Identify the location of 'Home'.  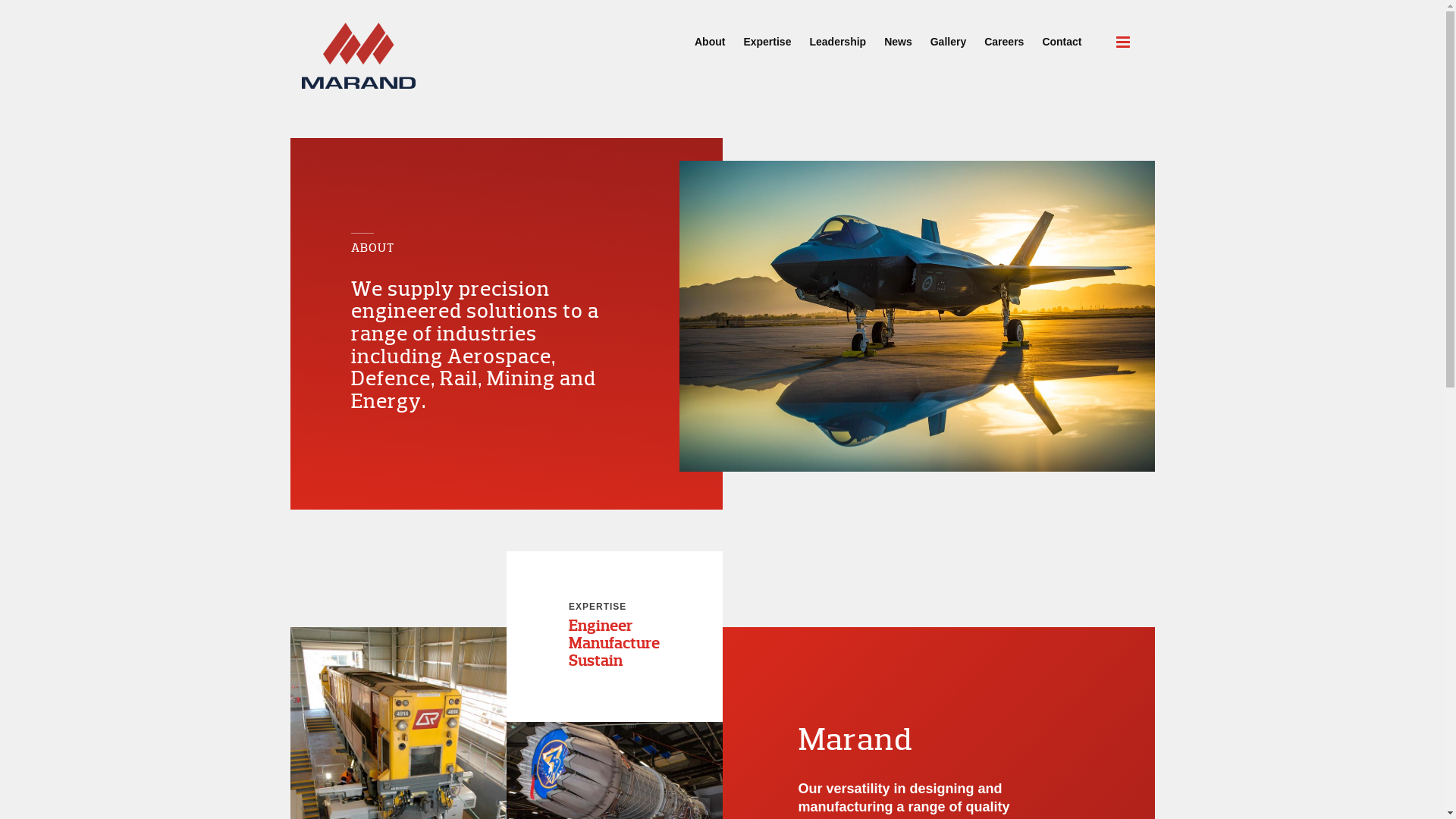
(358, 55).